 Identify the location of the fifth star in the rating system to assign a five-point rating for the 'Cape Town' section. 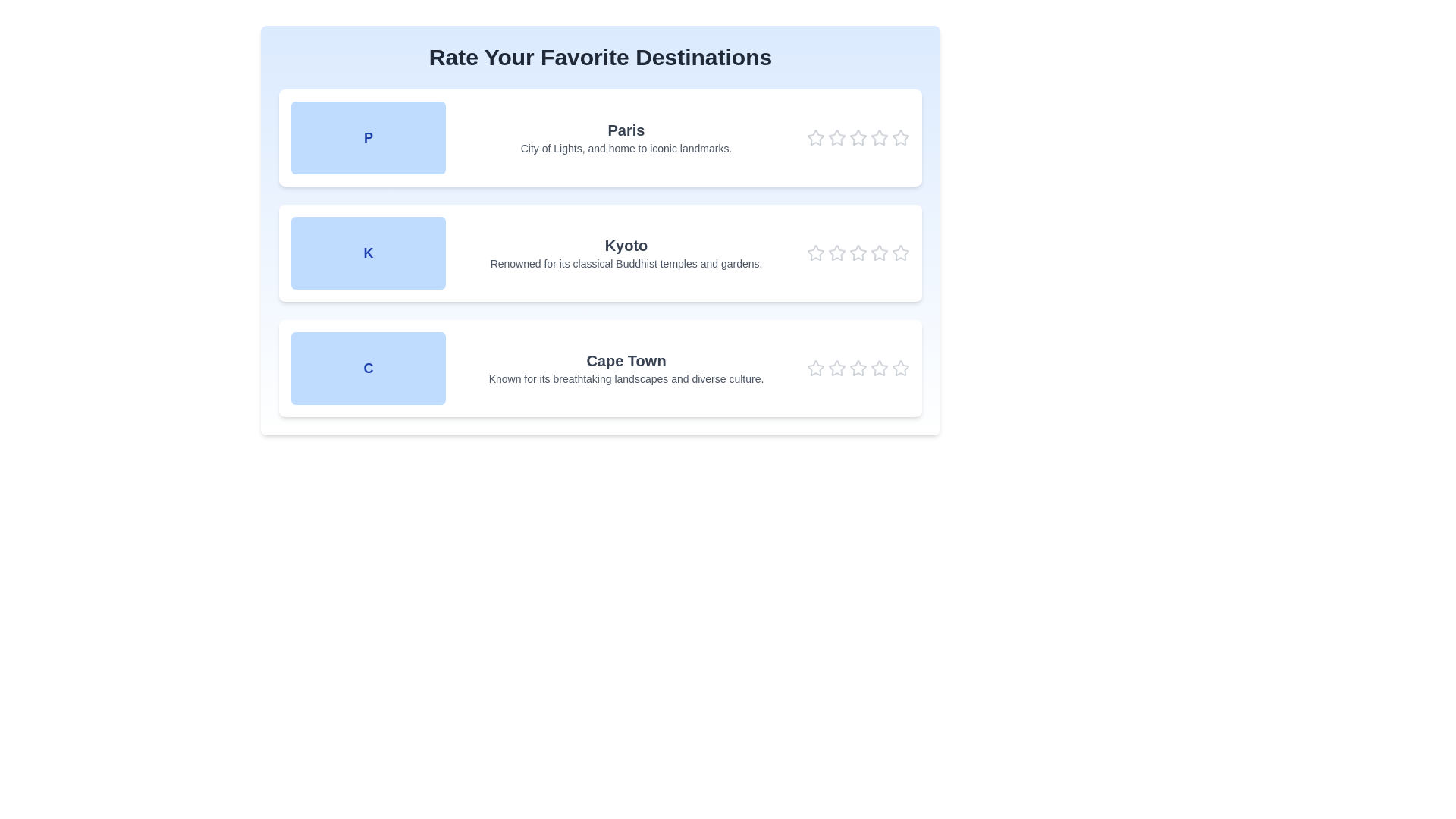
(878, 368).